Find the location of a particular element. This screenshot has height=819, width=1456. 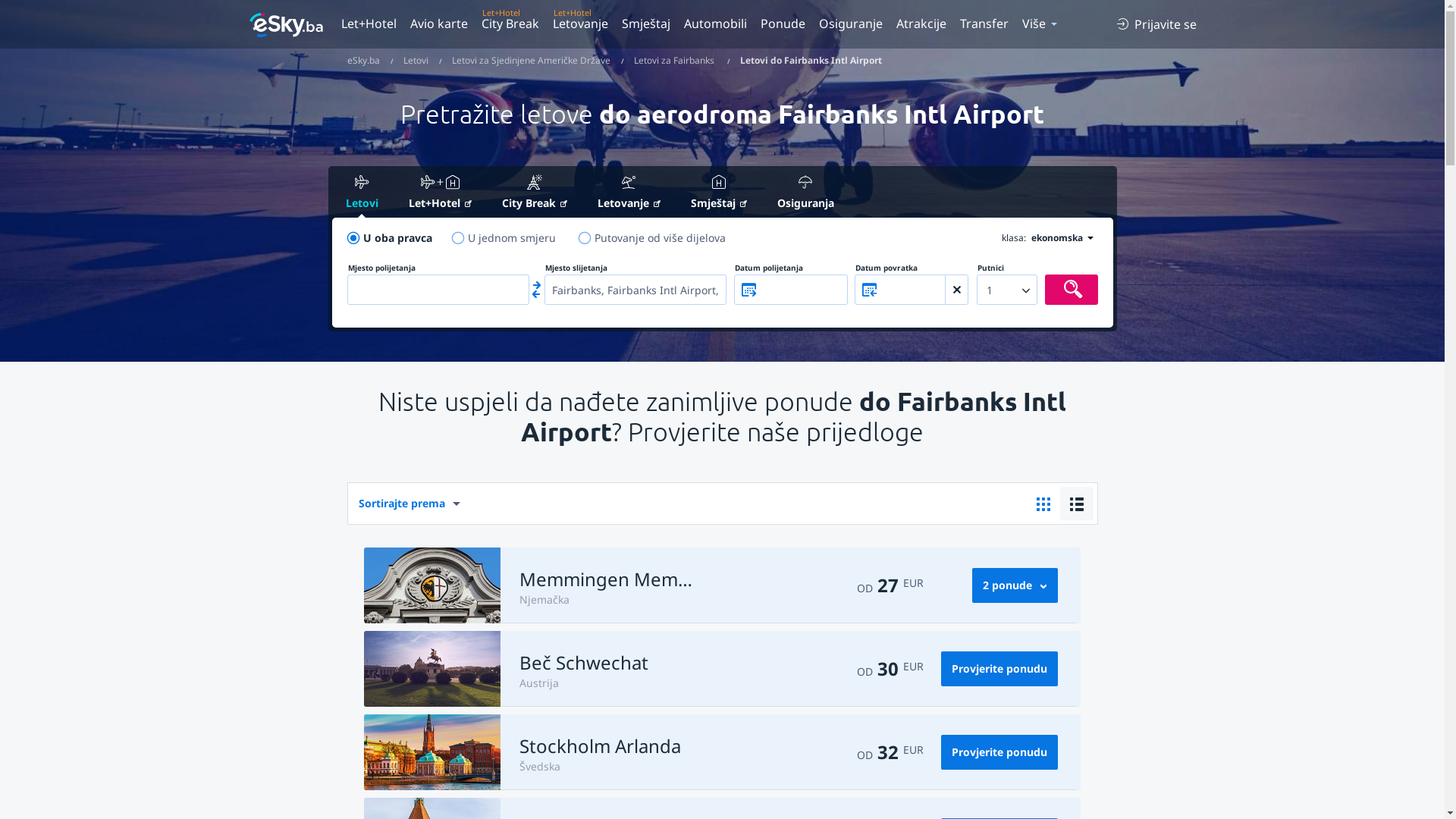

'Osiguranja' is located at coordinates (763, 192).